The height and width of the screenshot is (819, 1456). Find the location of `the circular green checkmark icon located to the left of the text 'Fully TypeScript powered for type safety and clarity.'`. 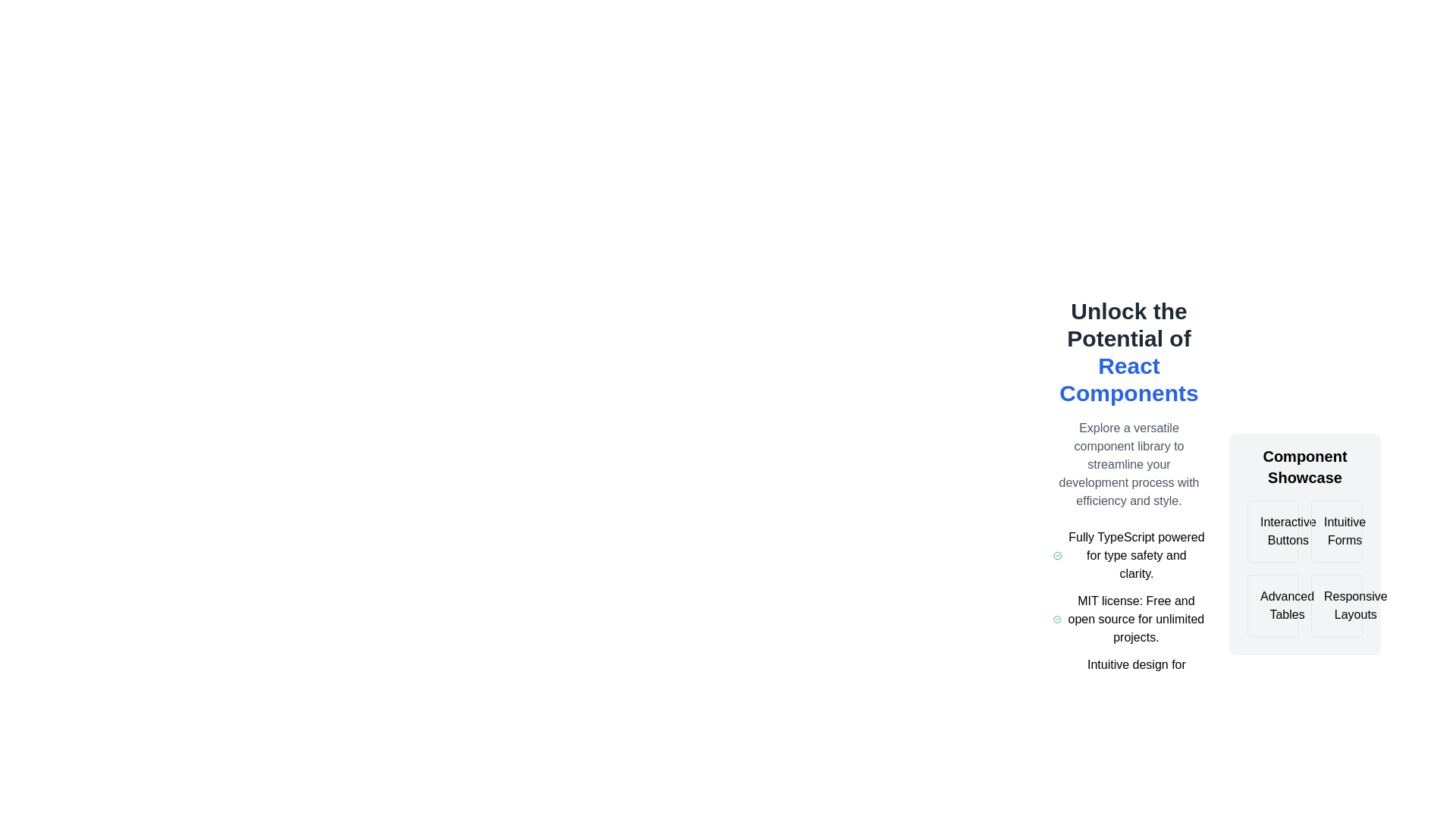

the circular green checkmark icon located to the left of the text 'Fully TypeScript powered for type safety and clarity.' is located at coordinates (1056, 555).